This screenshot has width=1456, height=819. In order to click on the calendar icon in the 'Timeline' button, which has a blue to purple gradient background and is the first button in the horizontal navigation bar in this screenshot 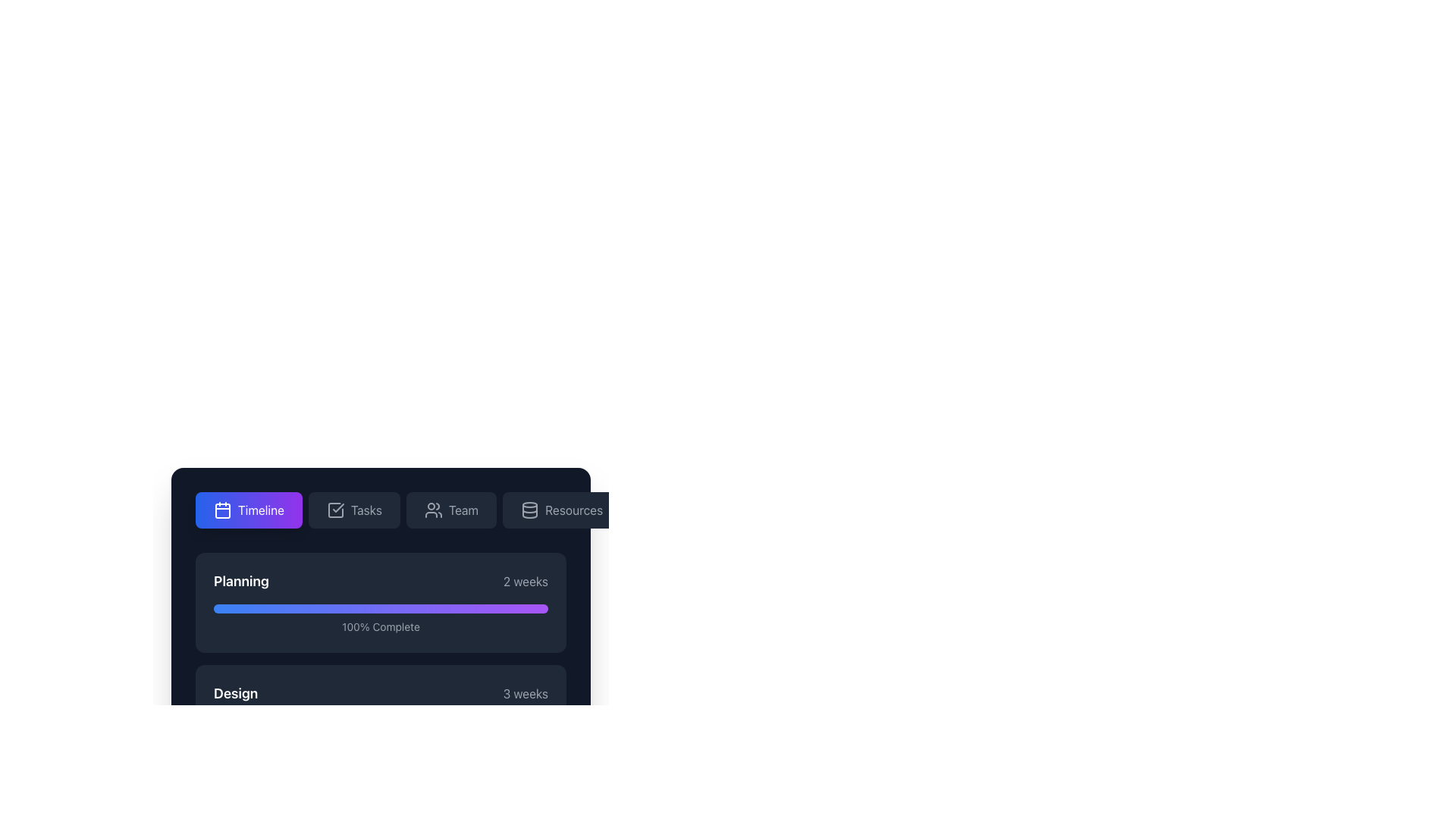, I will do `click(221, 510)`.